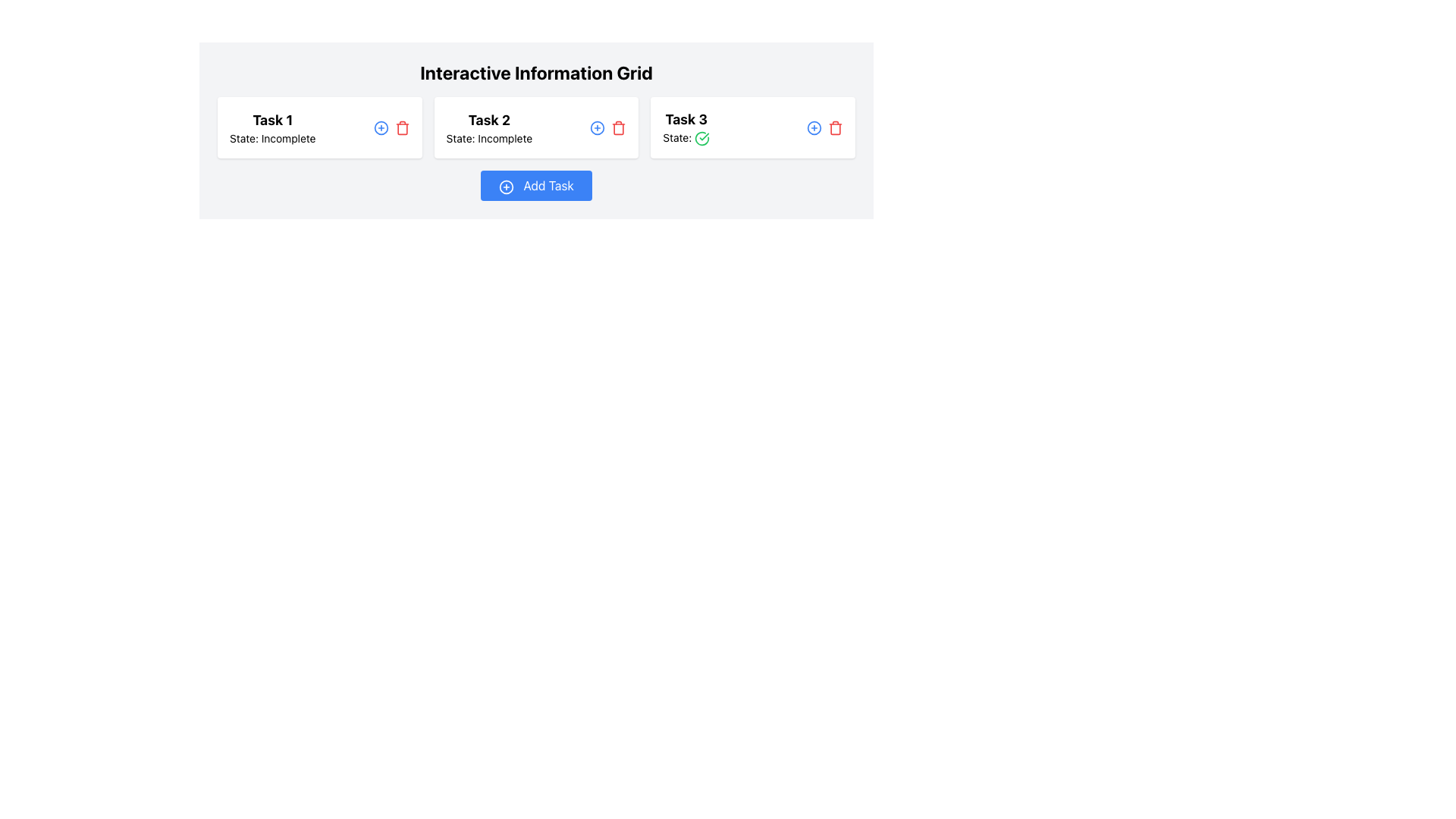 The height and width of the screenshot is (819, 1456). Describe the element at coordinates (686, 138) in the screenshot. I see `the Label with icon that denotes the task's state, located in the bottom section of the 'Task 3' card, just below the title 'Task 3'` at that location.